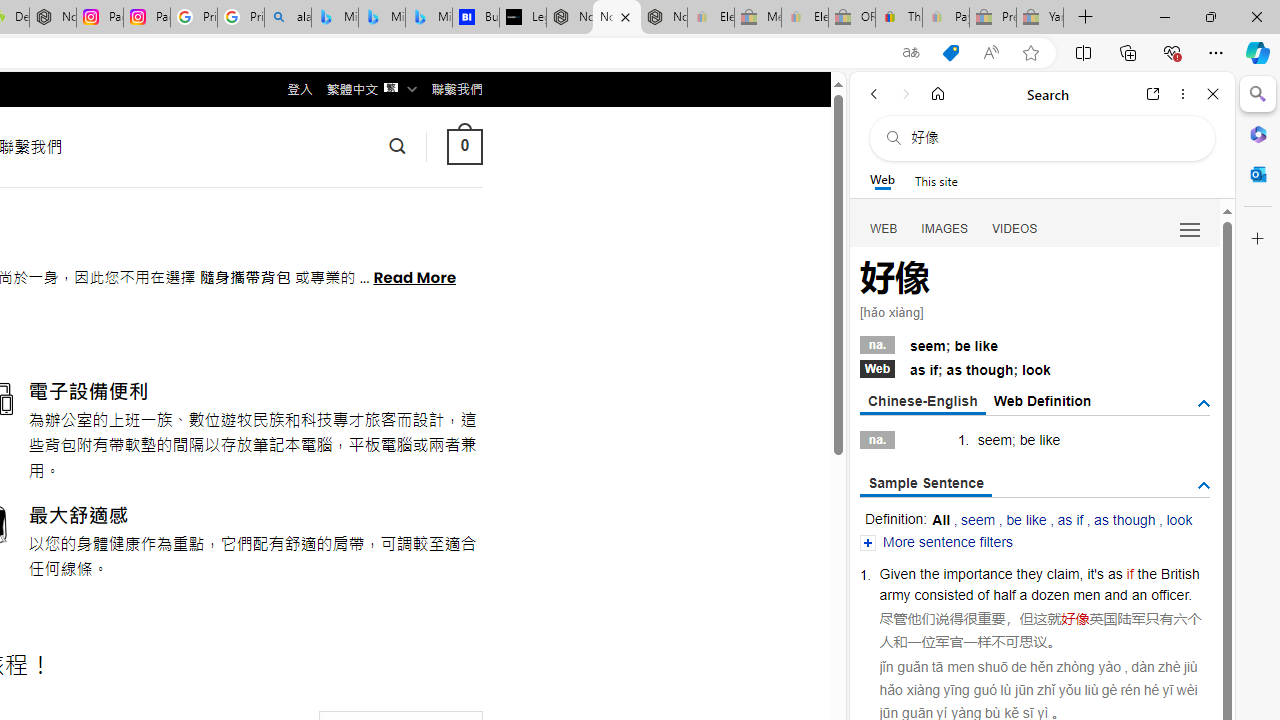  What do you see at coordinates (883, 227) in the screenshot?
I see `'Search Filter, WEB'` at bounding box center [883, 227].